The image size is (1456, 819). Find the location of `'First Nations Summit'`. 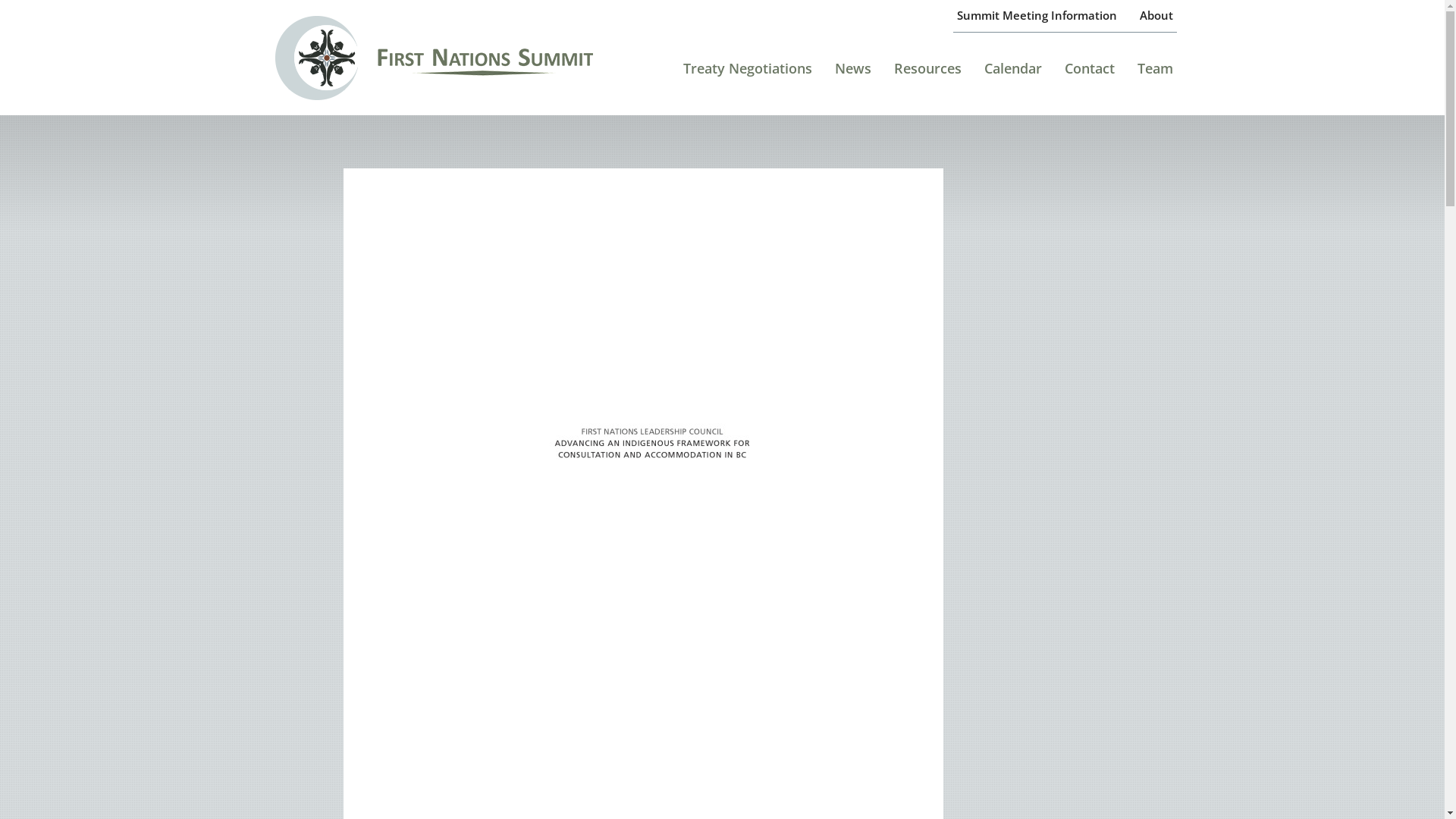

'First Nations Summit' is located at coordinates (455, 56).